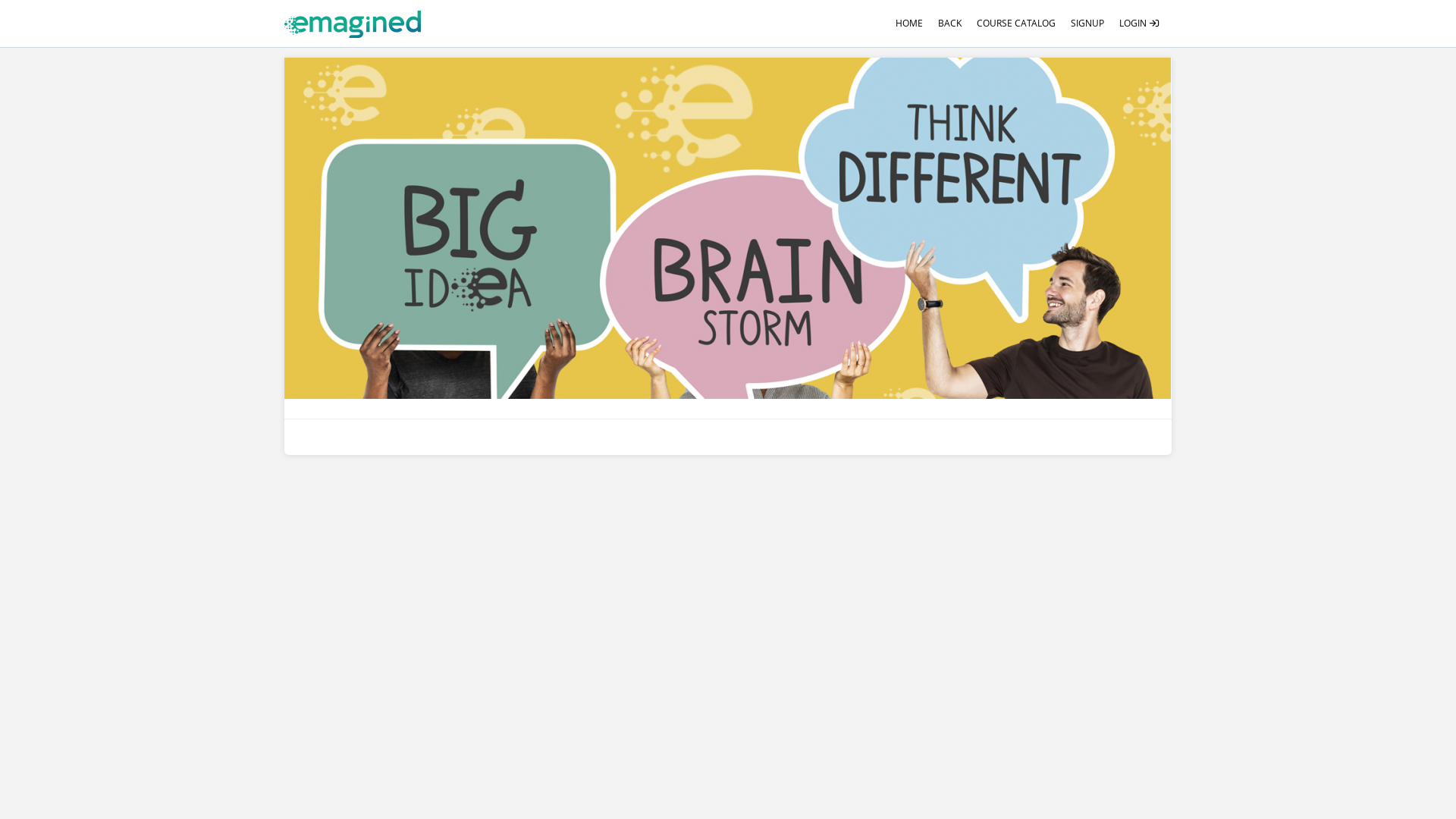 The width and height of the screenshot is (1456, 819). Describe the element at coordinates (1087, 23) in the screenshot. I see `'SIGNUP'` at that location.